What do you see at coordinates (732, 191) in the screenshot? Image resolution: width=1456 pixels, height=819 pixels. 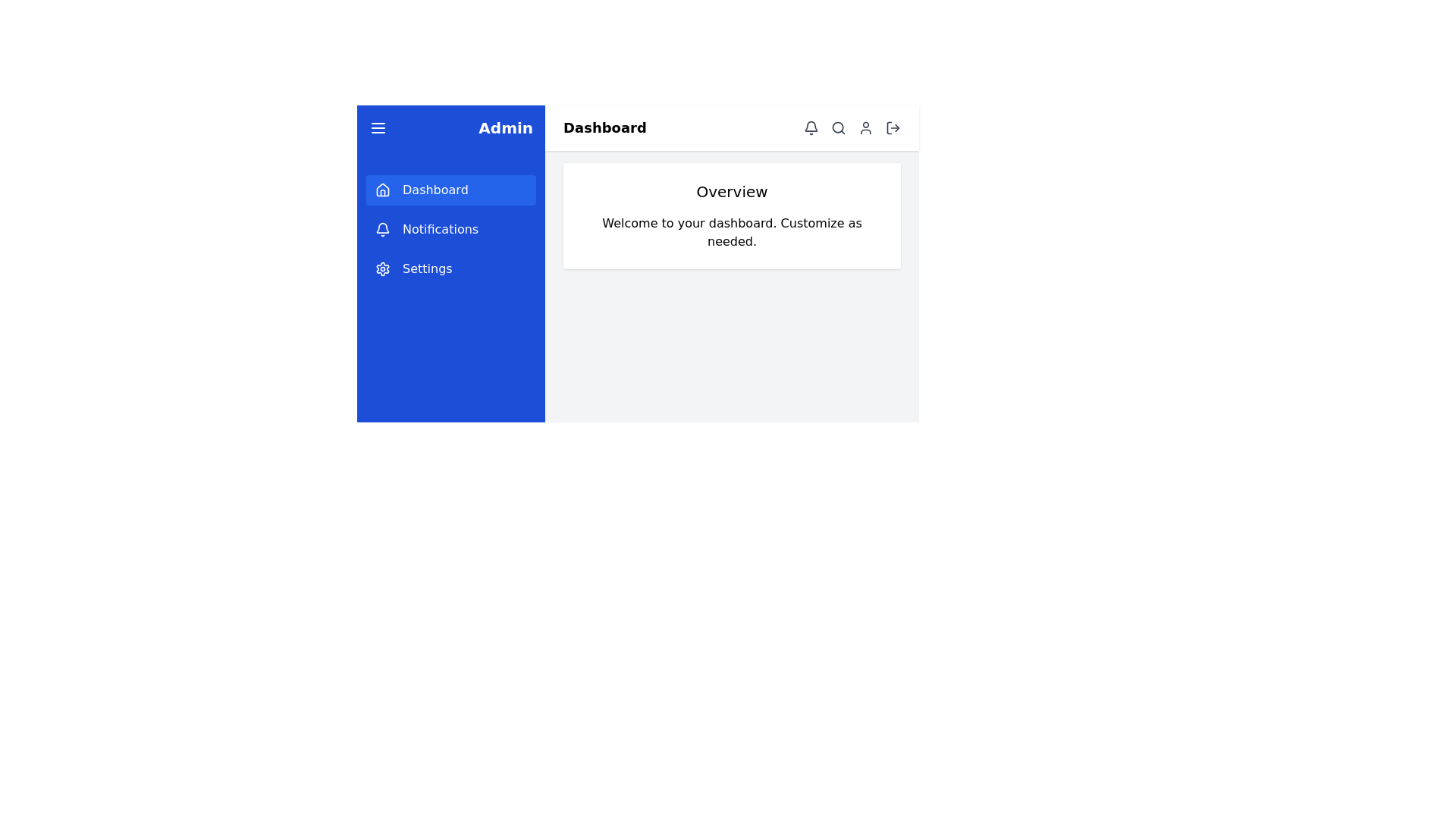 I see `text label displaying 'Overview' which is located at the top center of a card component with a white background` at bounding box center [732, 191].